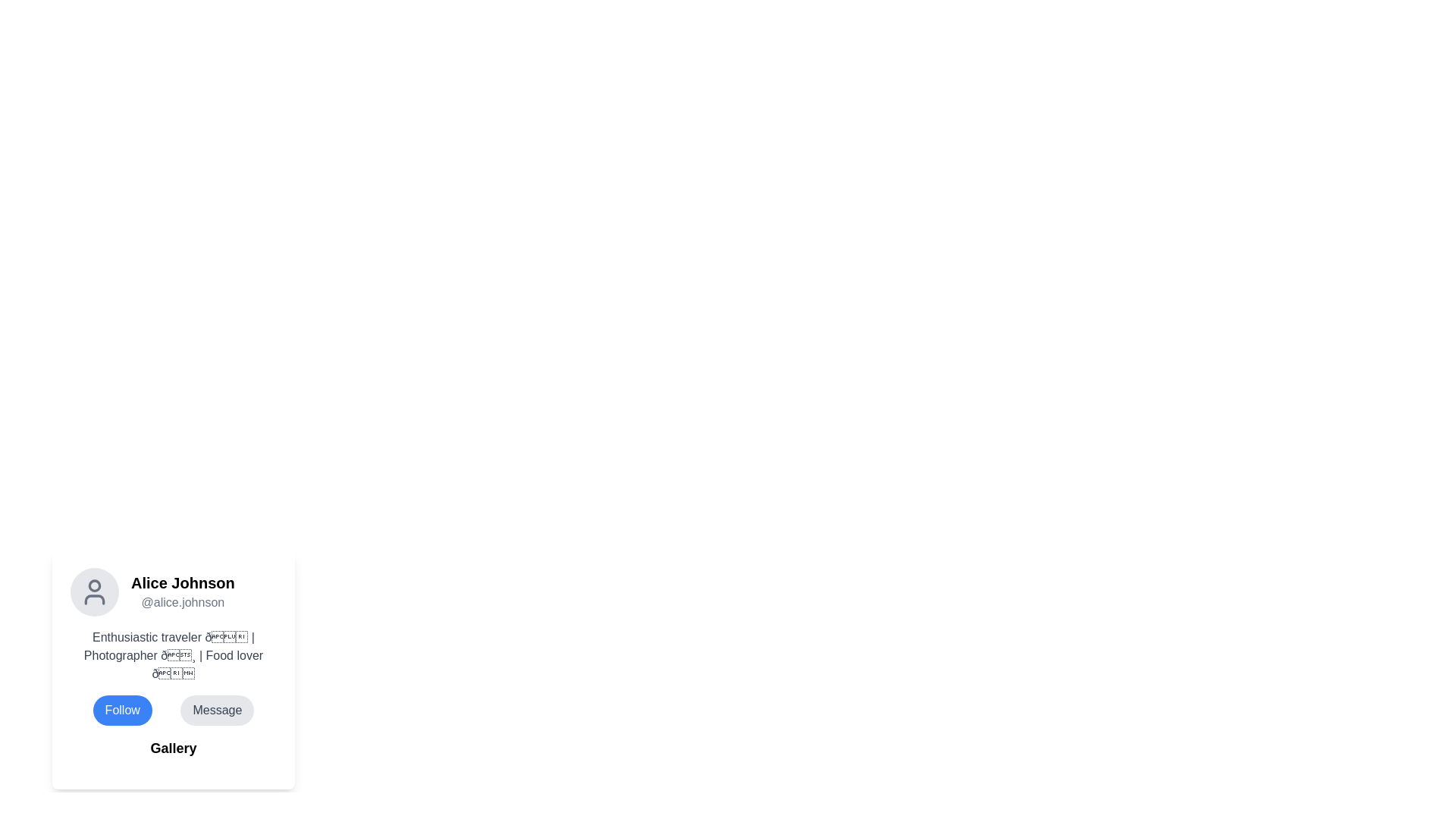 The width and height of the screenshot is (1456, 819). Describe the element at coordinates (93, 591) in the screenshot. I see `the circular user icon with a gray background and user silhouette illustration located in the top-left portion of the user profile card` at that location.